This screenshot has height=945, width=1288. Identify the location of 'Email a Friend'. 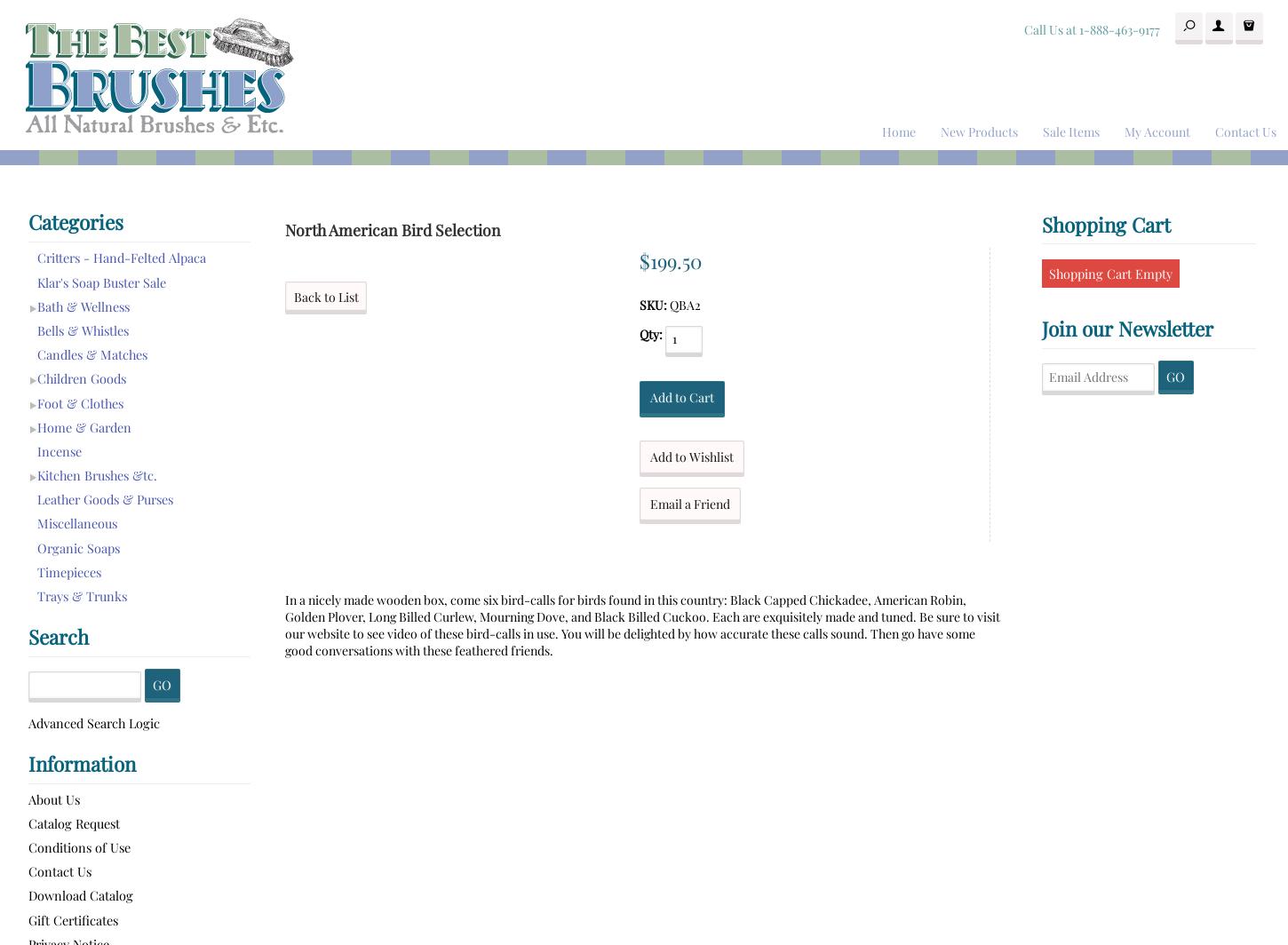
(690, 503).